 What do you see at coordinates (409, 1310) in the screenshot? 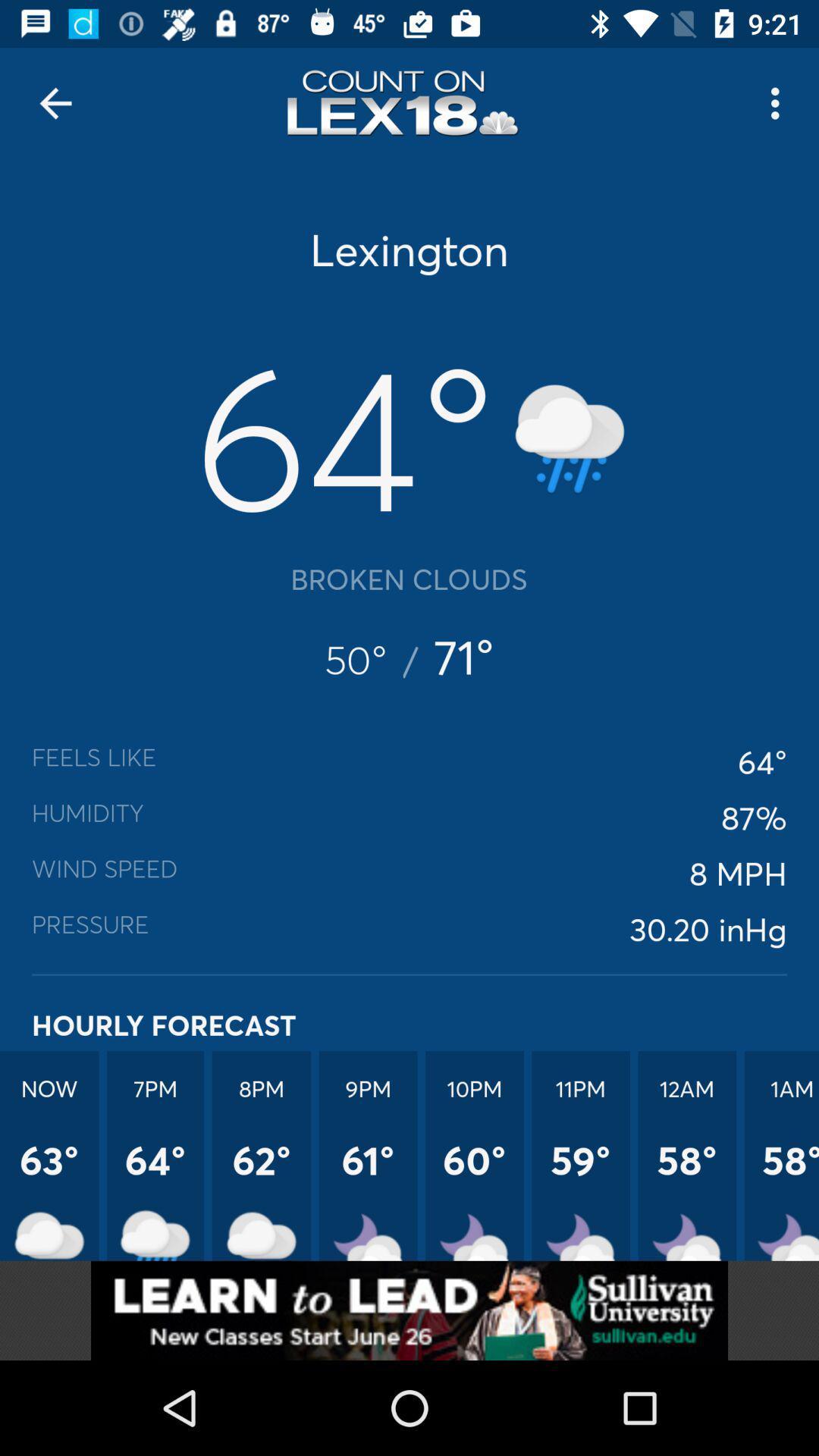
I see `advertisement` at bounding box center [409, 1310].